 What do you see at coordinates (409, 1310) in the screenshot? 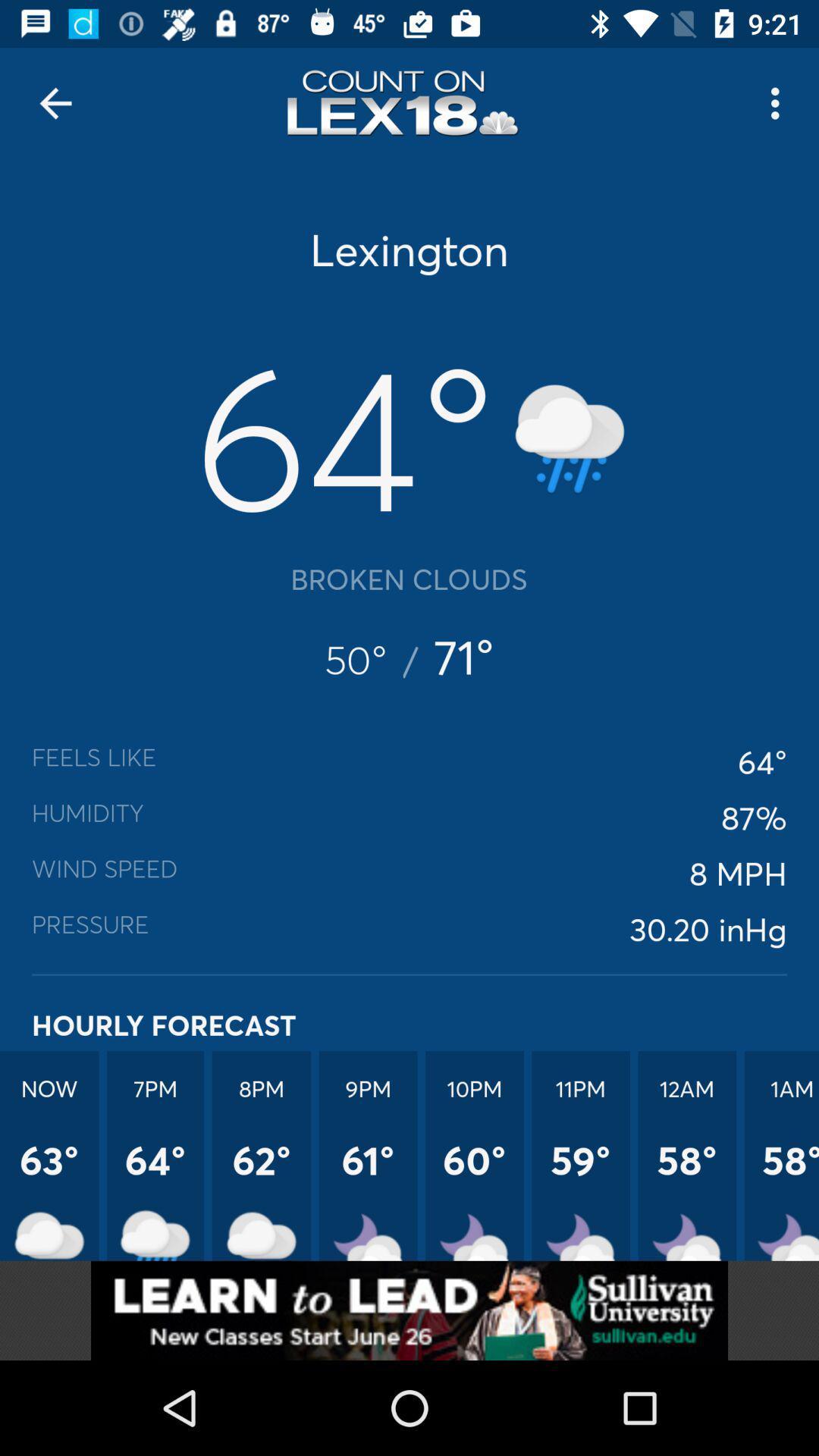
I see `advertisement` at bounding box center [409, 1310].